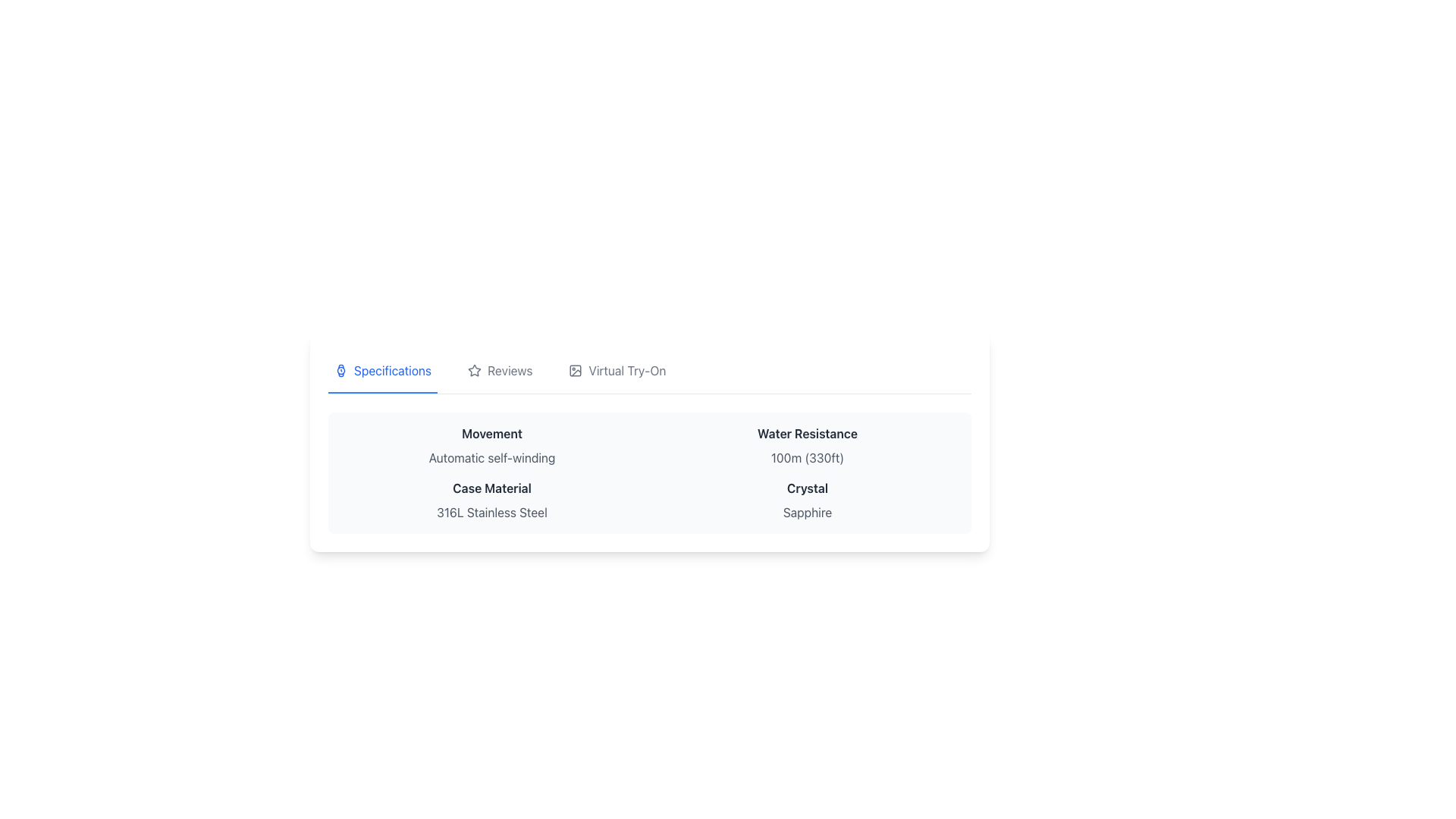 The width and height of the screenshot is (1456, 819). Describe the element at coordinates (617, 371) in the screenshot. I see `the virtual try-on button, which is the third item in the menu options row, located at the top-center of the content area` at that location.